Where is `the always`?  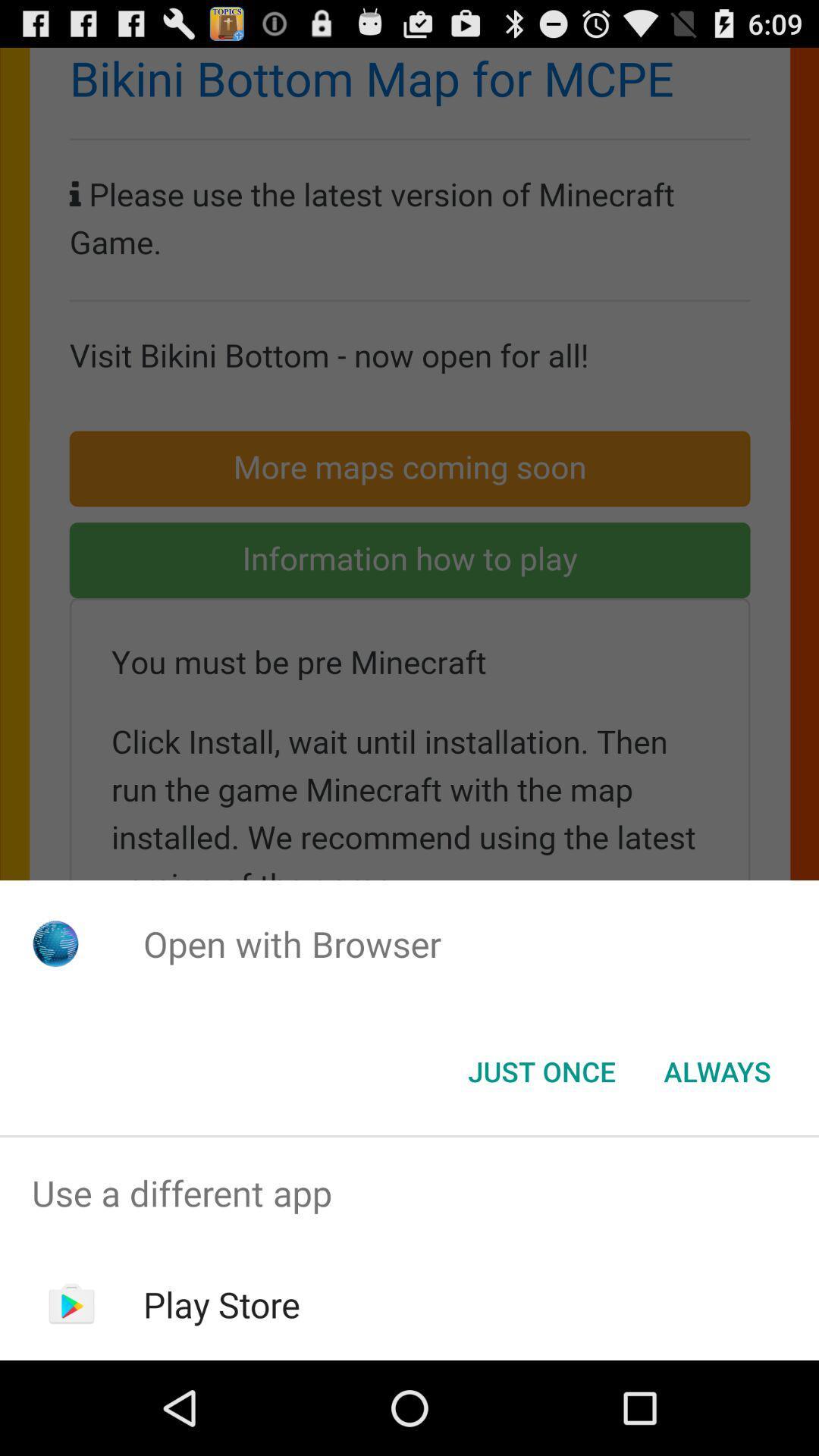
the always is located at coordinates (717, 1070).